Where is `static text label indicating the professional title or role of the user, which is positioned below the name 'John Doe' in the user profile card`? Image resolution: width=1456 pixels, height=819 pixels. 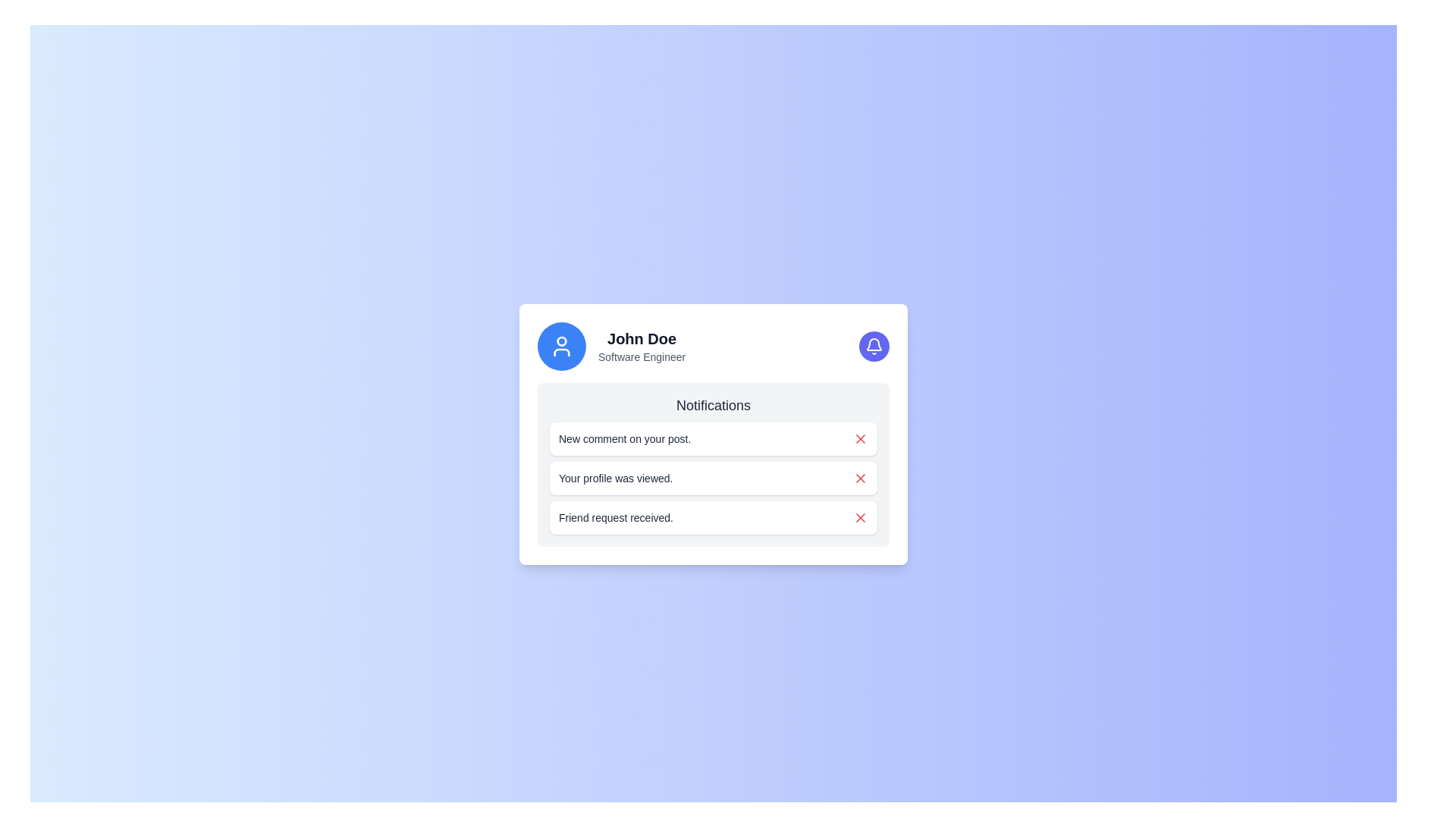
static text label indicating the professional title or role of the user, which is positioned below the name 'John Doe' in the user profile card is located at coordinates (642, 356).